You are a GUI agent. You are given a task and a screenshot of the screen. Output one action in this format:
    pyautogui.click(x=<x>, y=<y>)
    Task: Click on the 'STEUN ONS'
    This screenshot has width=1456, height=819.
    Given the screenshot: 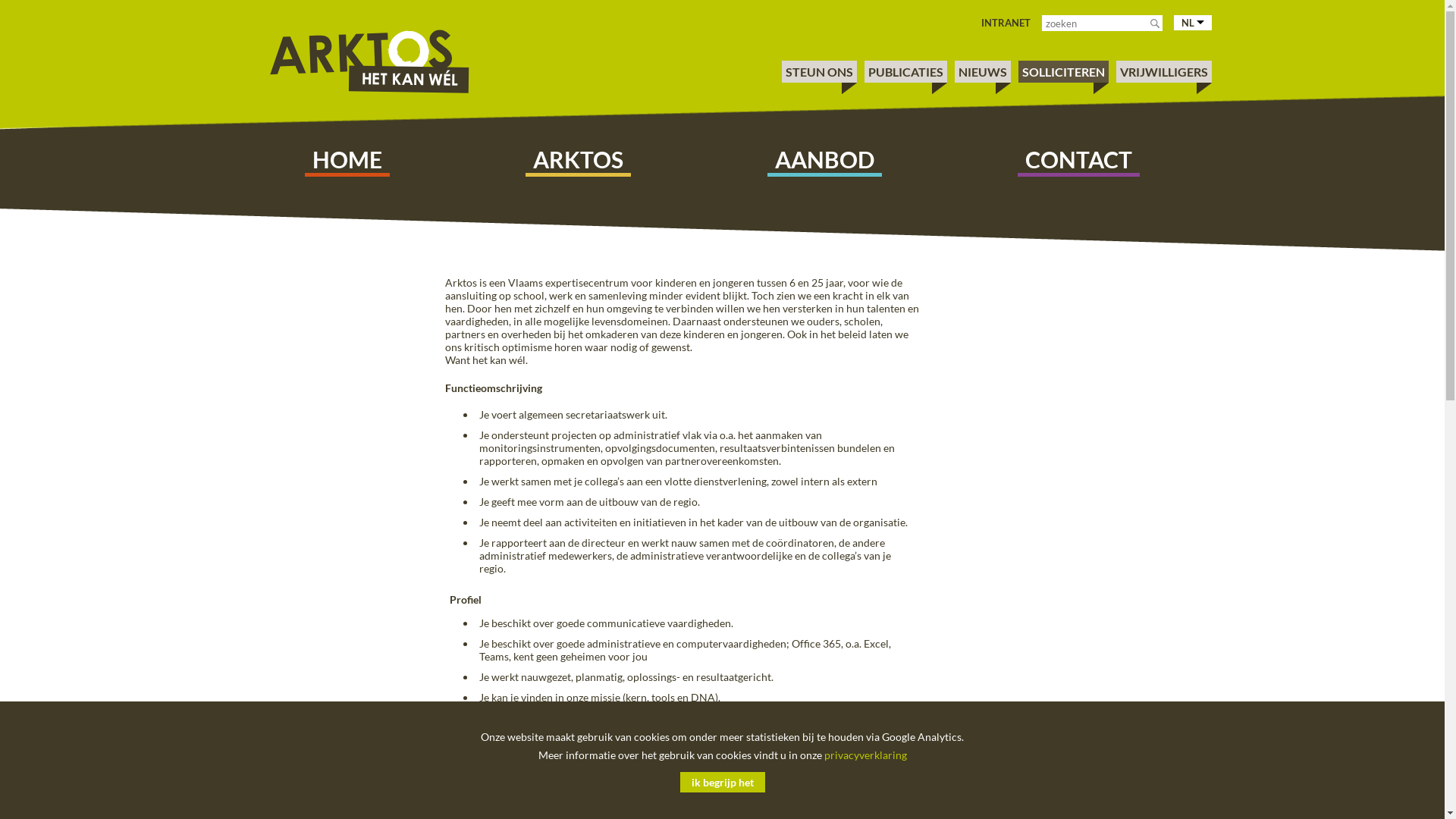 What is the action you would take?
    pyautogui.click(x=786, y=71)
    